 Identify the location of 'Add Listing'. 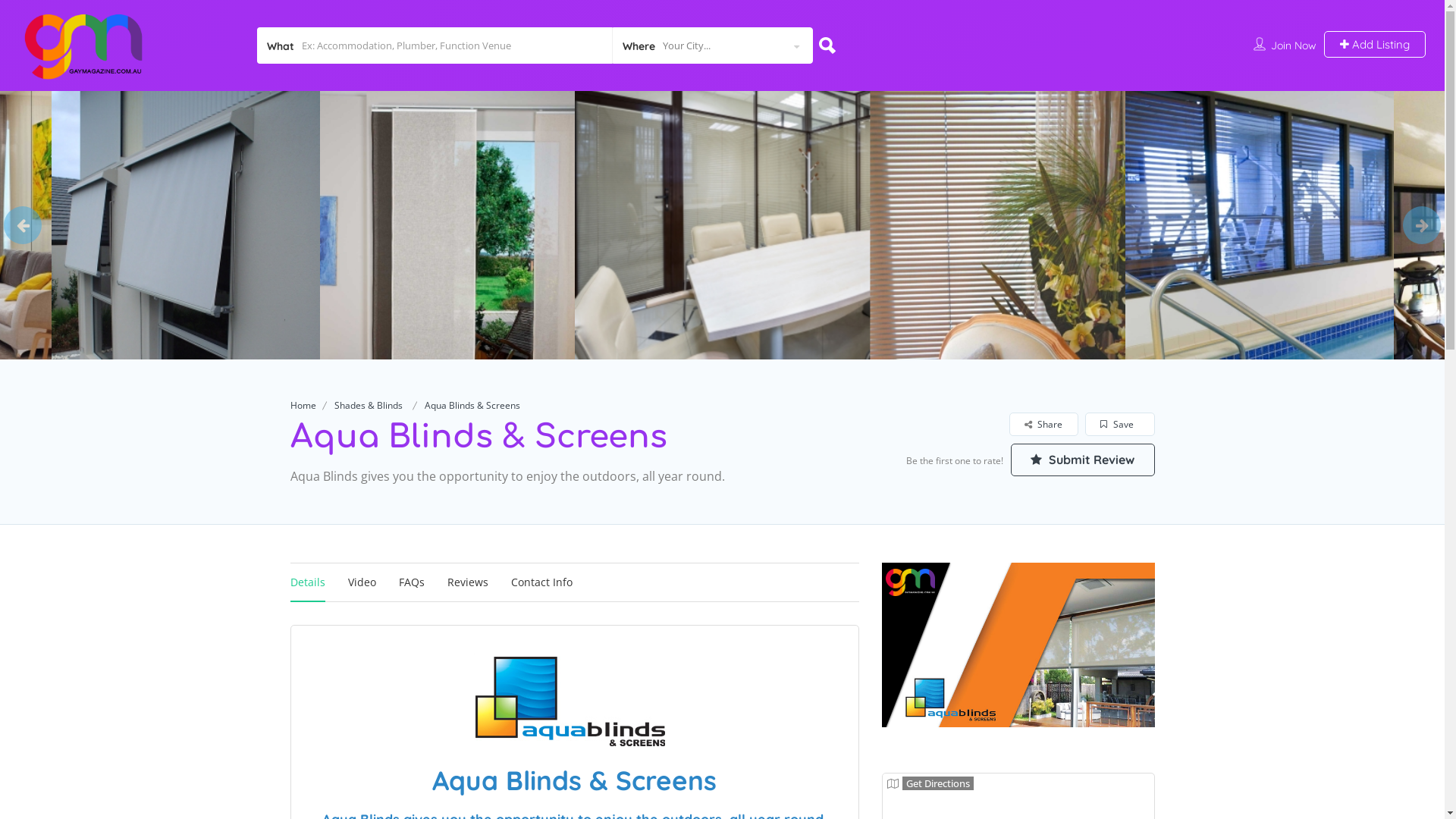
(1375, 43).